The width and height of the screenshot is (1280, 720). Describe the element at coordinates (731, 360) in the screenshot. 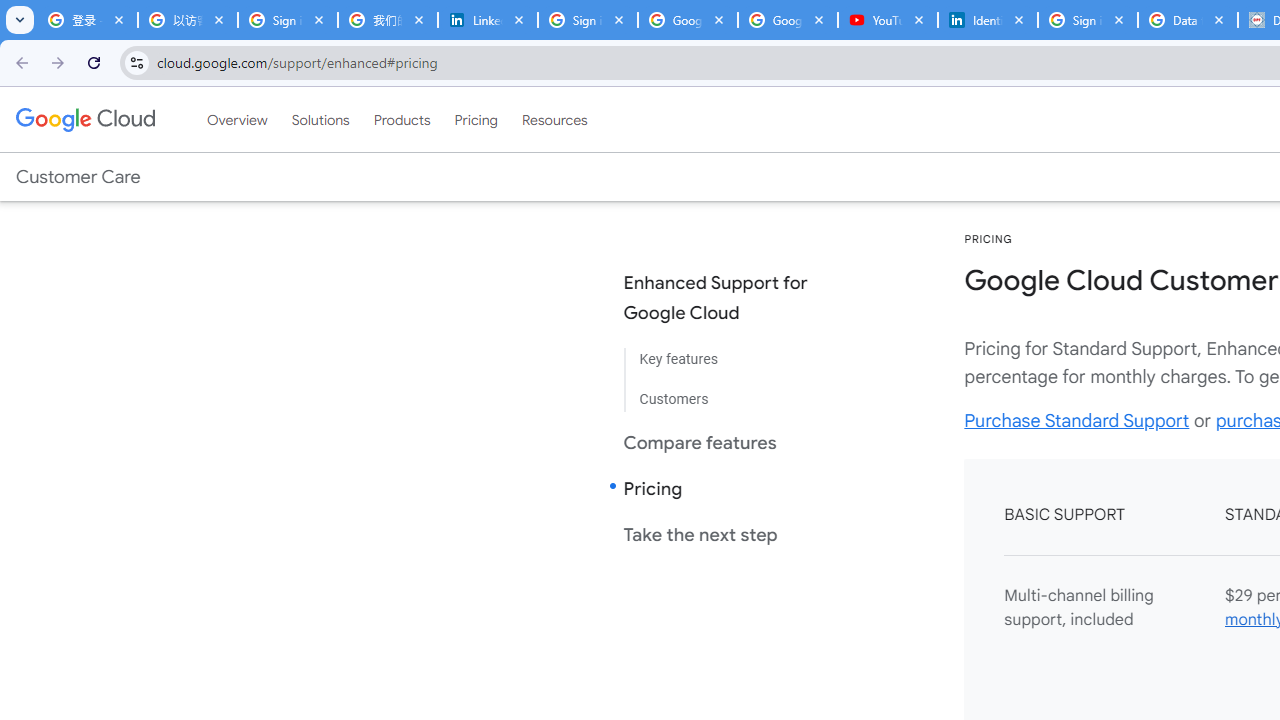

I see `'Key features'` at that location.